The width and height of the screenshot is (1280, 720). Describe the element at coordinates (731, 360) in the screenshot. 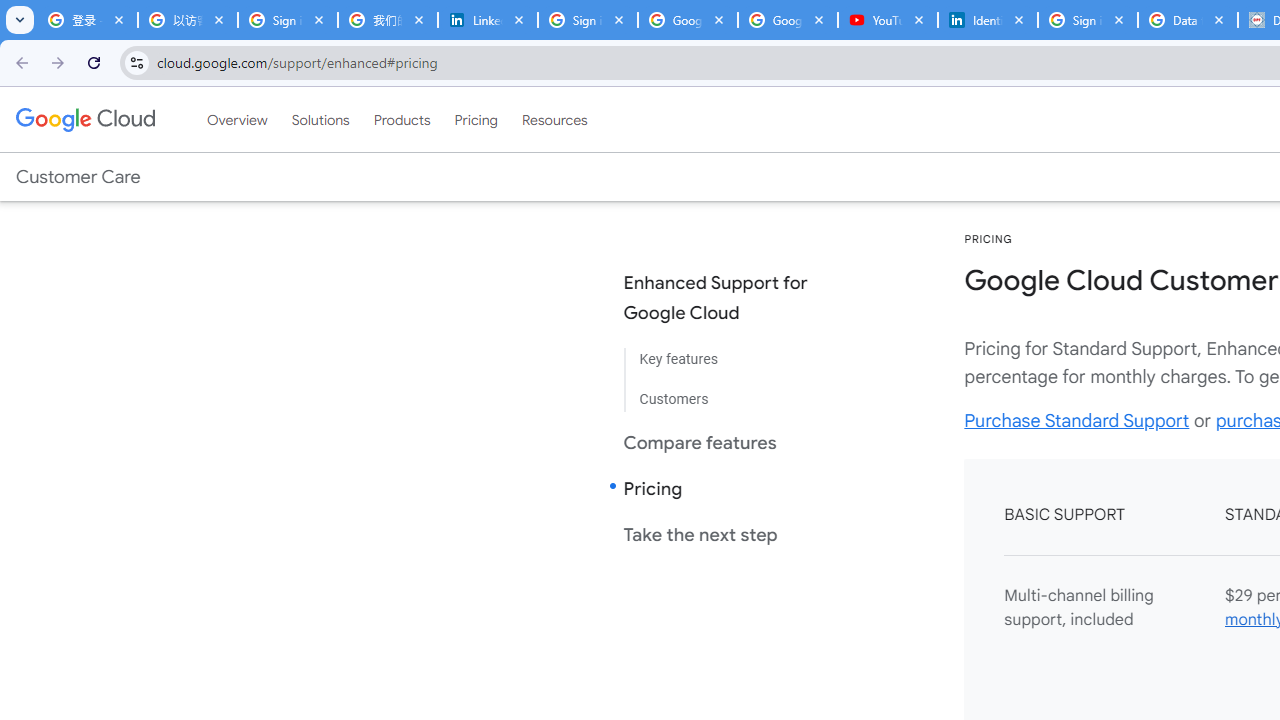

I see `'Key features'` at that location.